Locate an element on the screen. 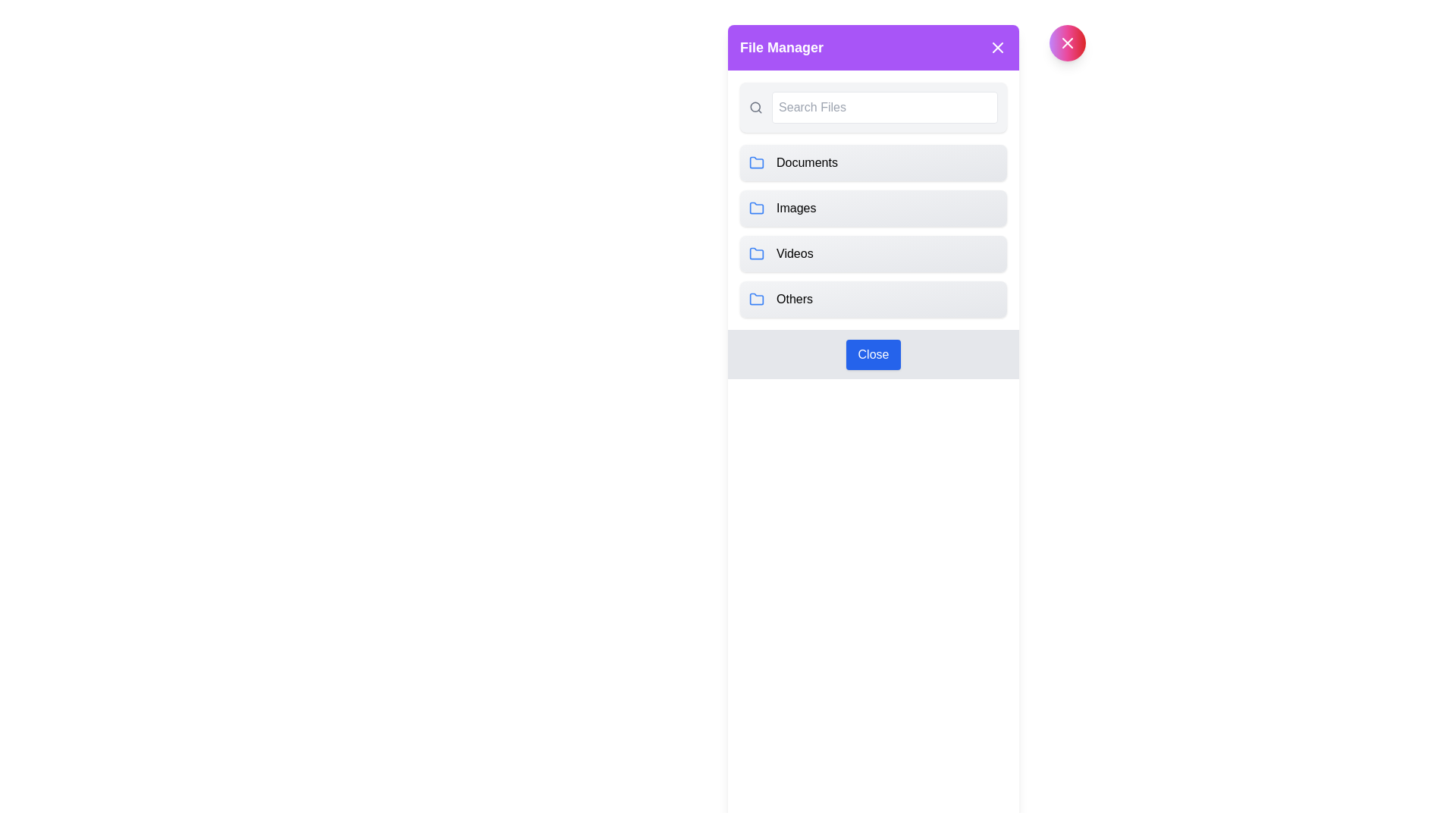  the 'Close' button, which is a rectangular button with a blue background and white text, located at the bottom section of the file manager interface is located at coordinates (874, 354).